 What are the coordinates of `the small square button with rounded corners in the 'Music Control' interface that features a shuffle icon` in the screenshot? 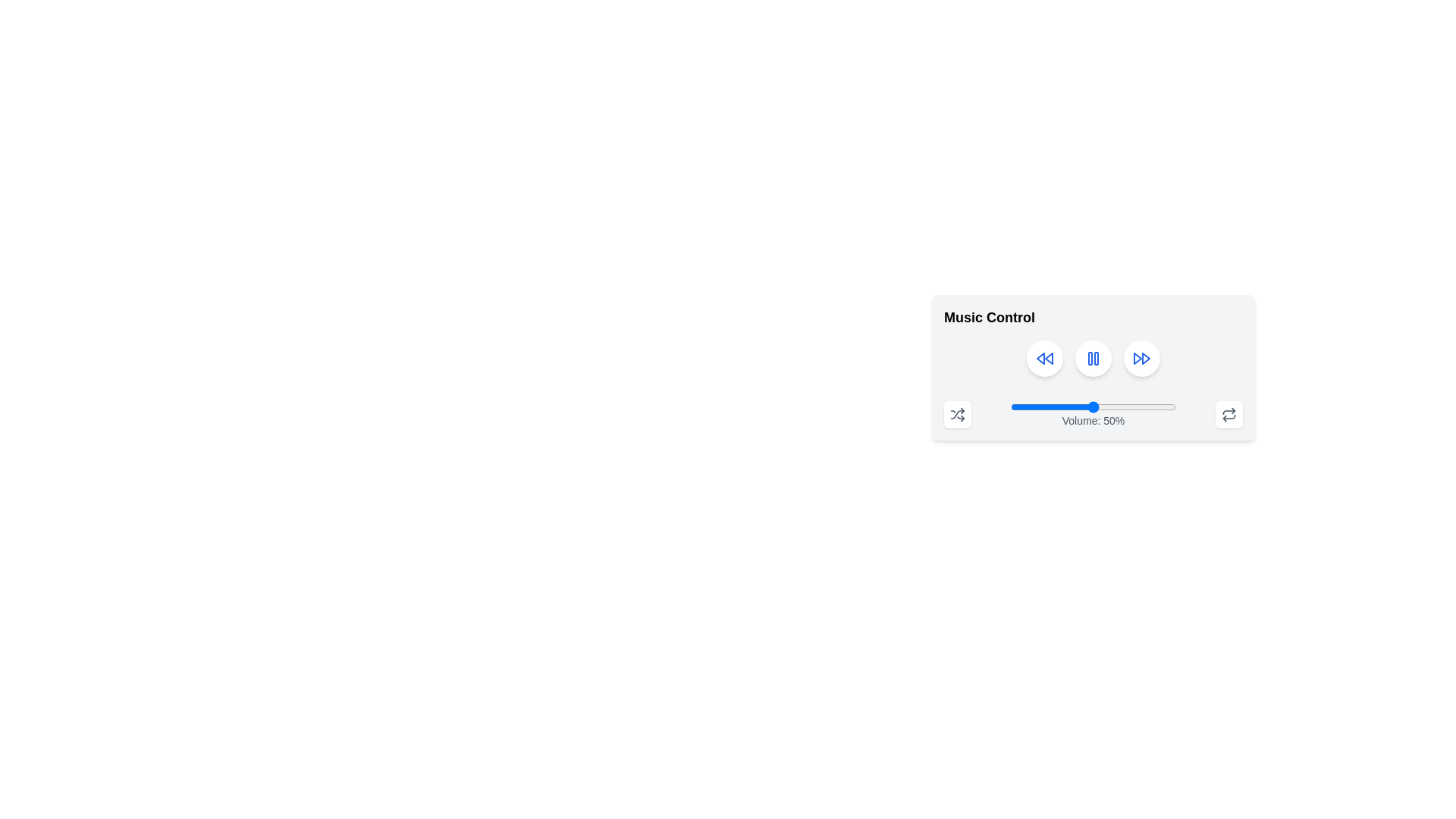 It's located at (956, 415).